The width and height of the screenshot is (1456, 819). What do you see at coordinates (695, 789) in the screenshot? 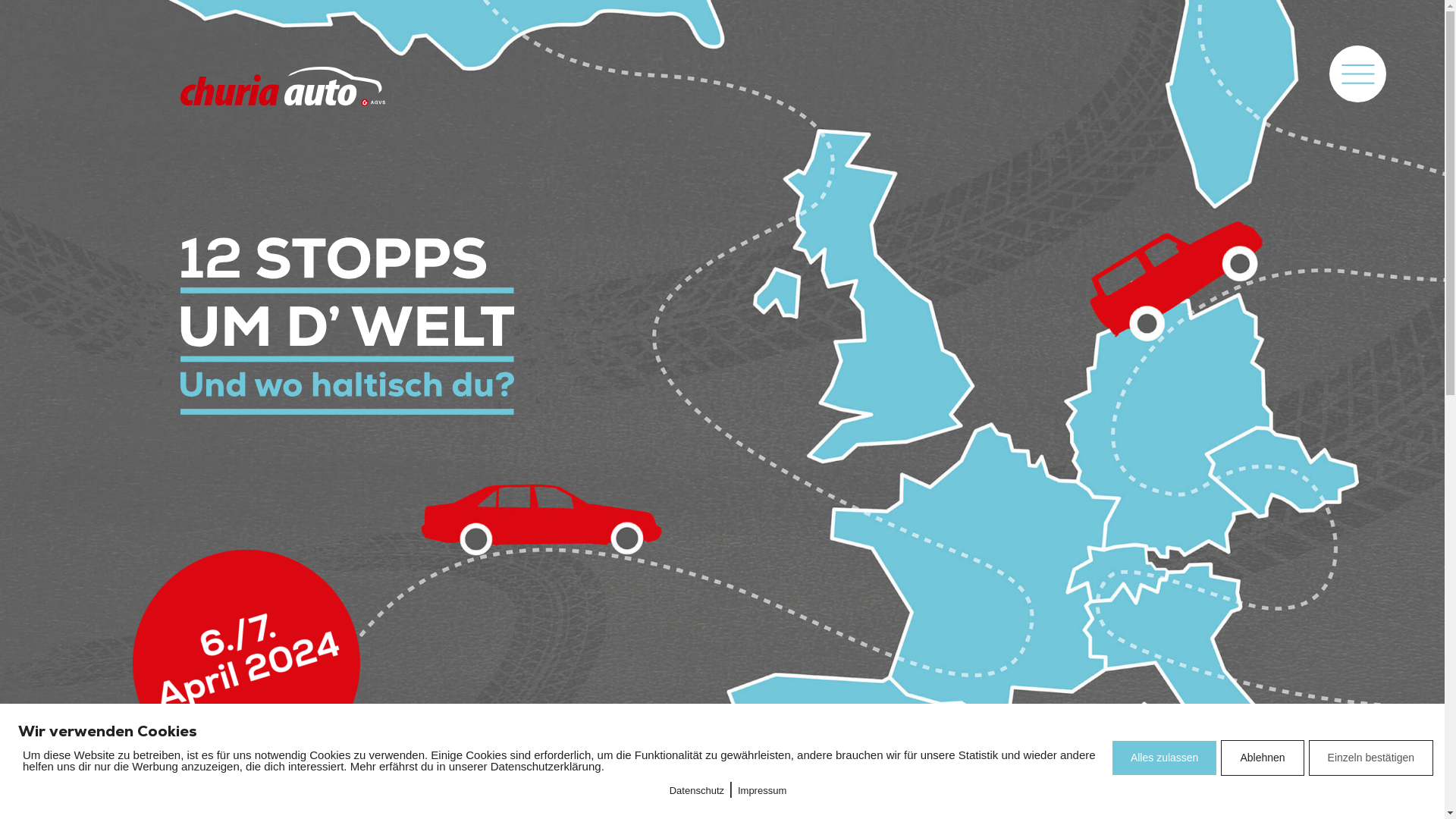
I see `'Datenschutz'` at bounding box center [695, 789].